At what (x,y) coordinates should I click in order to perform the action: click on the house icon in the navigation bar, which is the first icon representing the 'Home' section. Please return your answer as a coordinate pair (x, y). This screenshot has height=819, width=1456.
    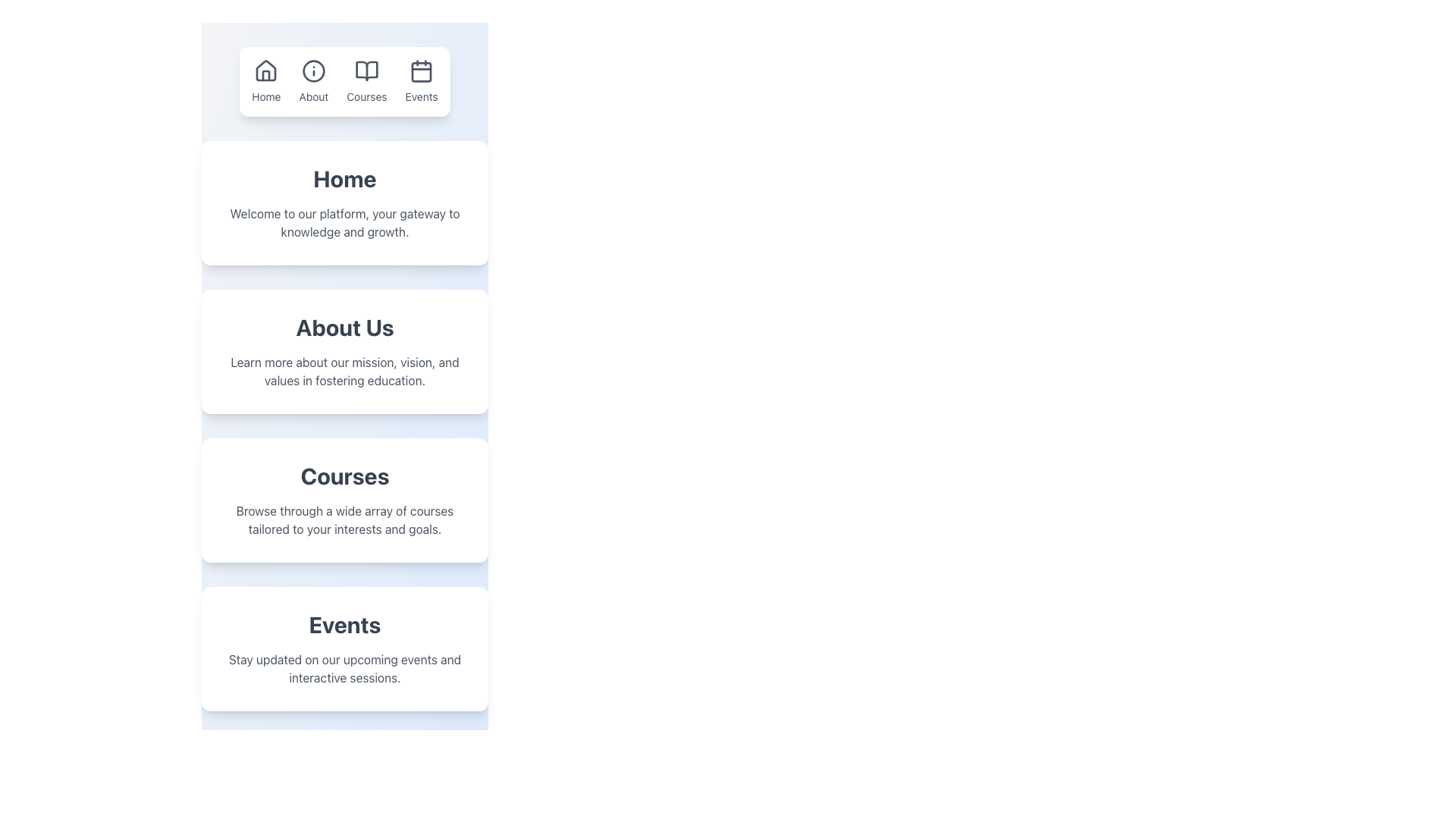
    Looking at the image, I should click on (266, 71).